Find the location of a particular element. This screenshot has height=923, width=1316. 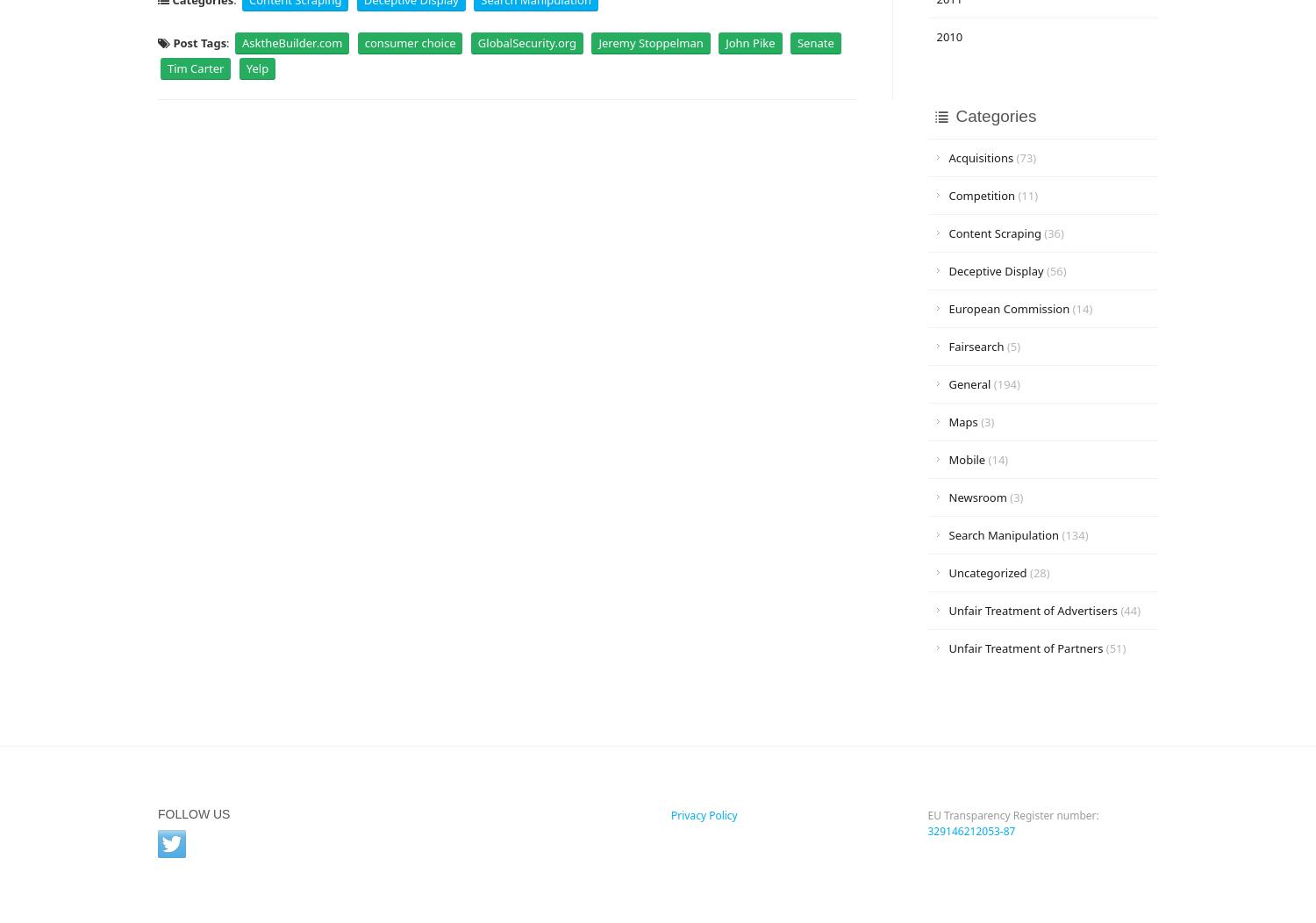

'Categories' is located at coordinates (996, 115).